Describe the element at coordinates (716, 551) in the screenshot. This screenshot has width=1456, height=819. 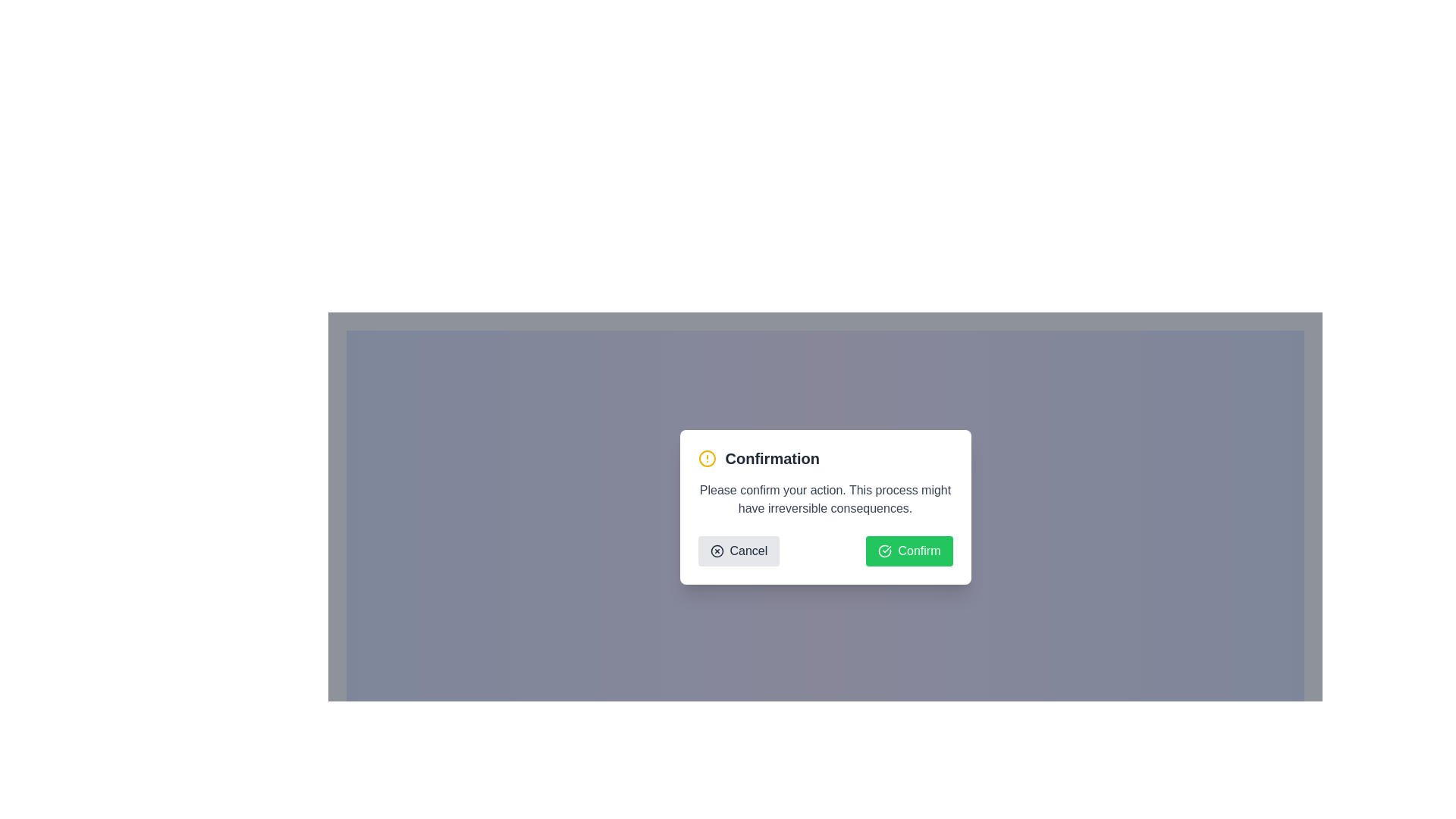
I see `the decorative SVG icon located near the 'Cancel' button in the modal dialog box` at that location.